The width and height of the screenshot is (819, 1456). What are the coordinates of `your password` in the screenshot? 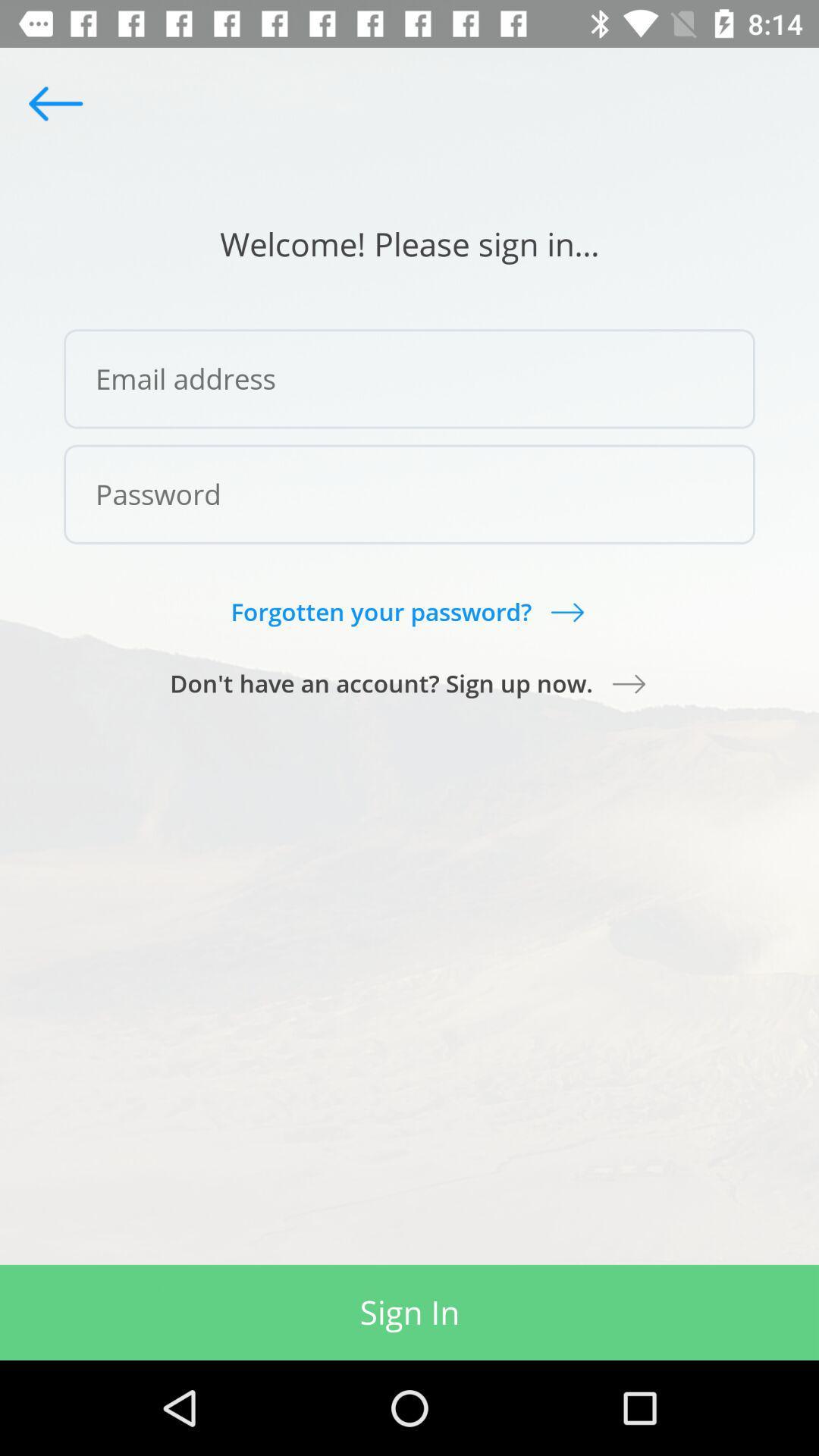 It's located at (409, 494).